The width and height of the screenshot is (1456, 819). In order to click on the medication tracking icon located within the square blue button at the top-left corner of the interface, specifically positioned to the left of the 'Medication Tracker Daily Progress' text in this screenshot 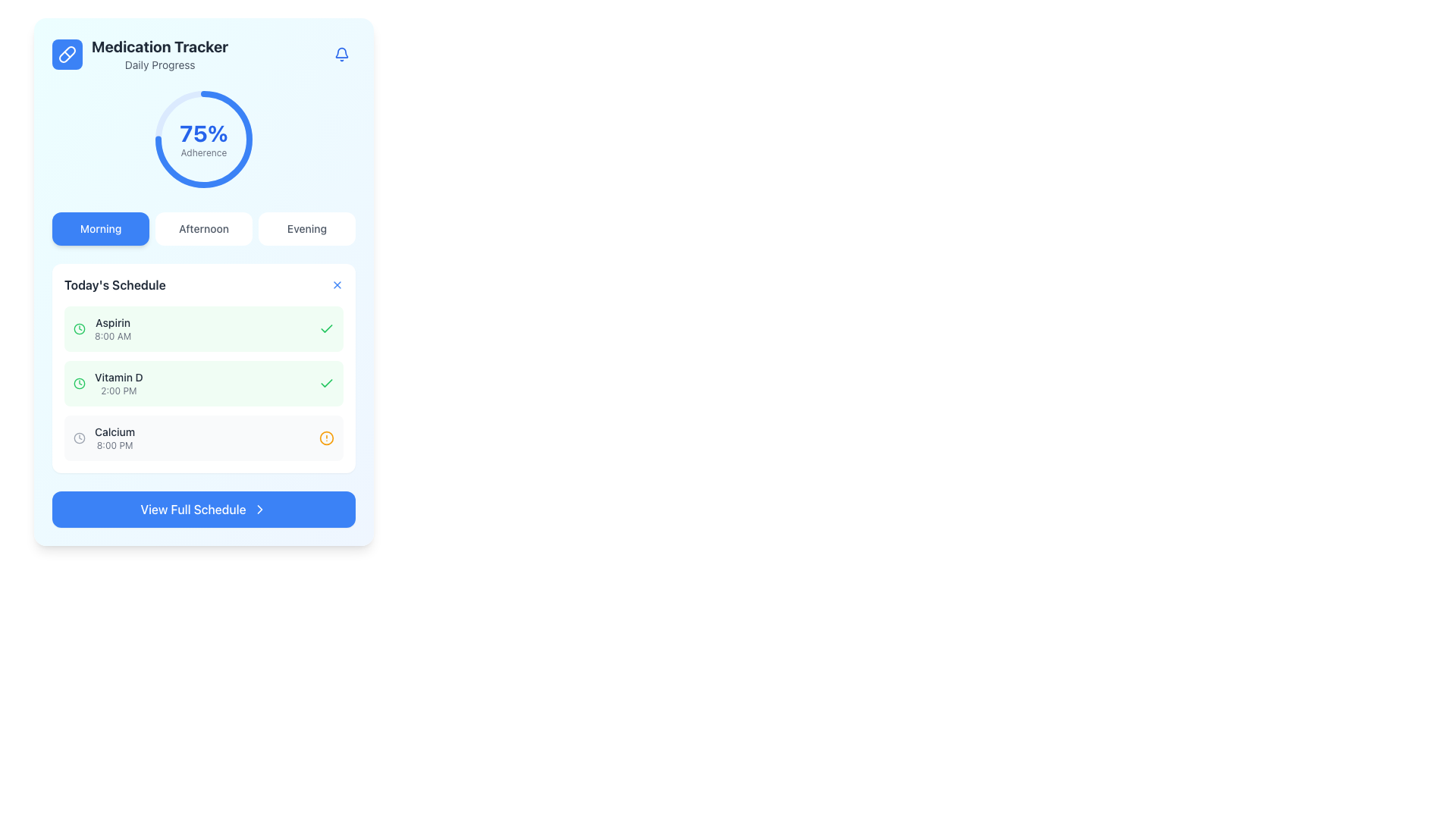, I will do `click(67, 54)`.